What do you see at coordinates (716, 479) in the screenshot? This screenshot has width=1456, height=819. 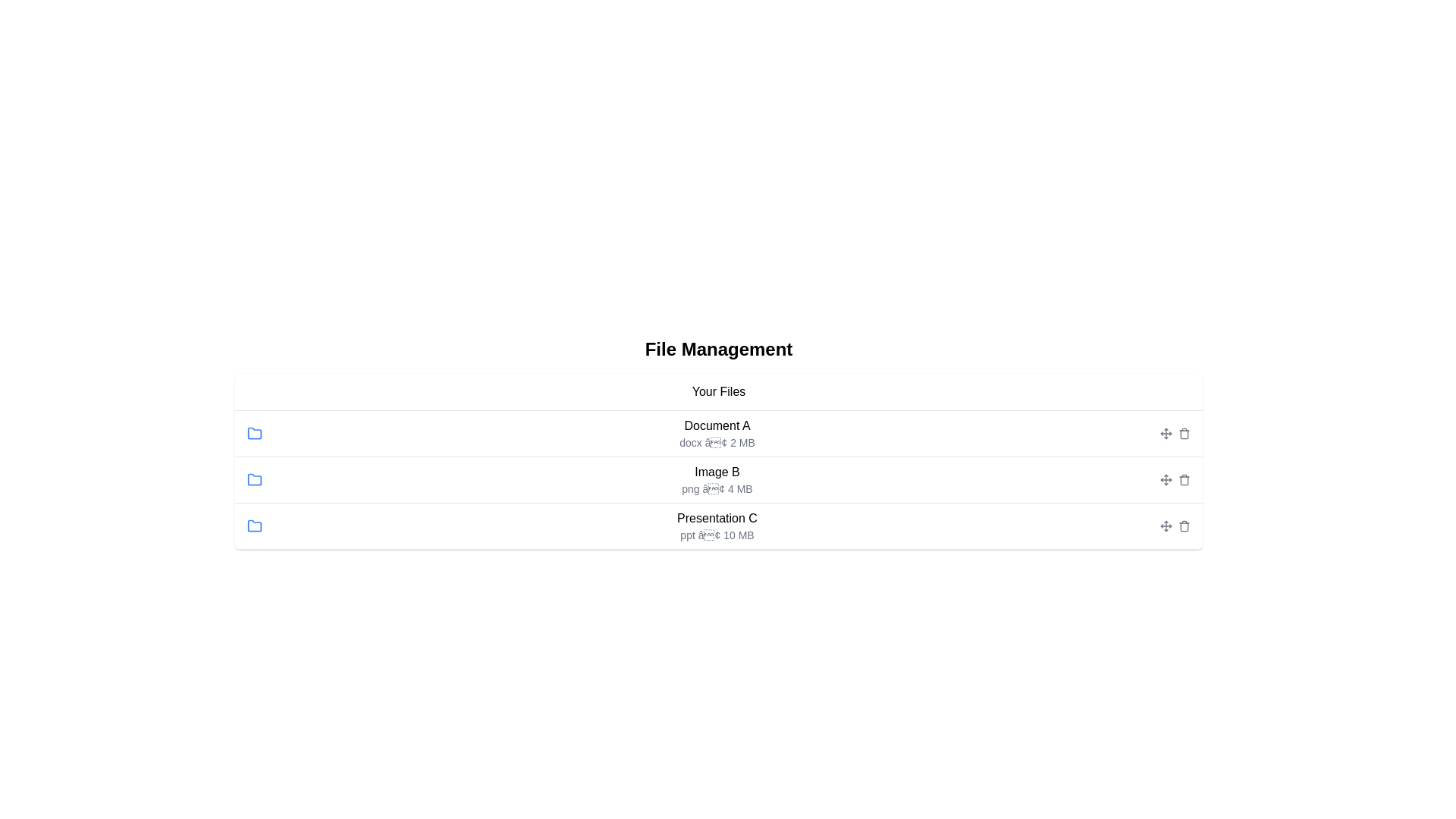 I see `the textual representation of the file entry for 'Image B' in the file management system, which is the second row in the list` at bounding box center [716, 479].